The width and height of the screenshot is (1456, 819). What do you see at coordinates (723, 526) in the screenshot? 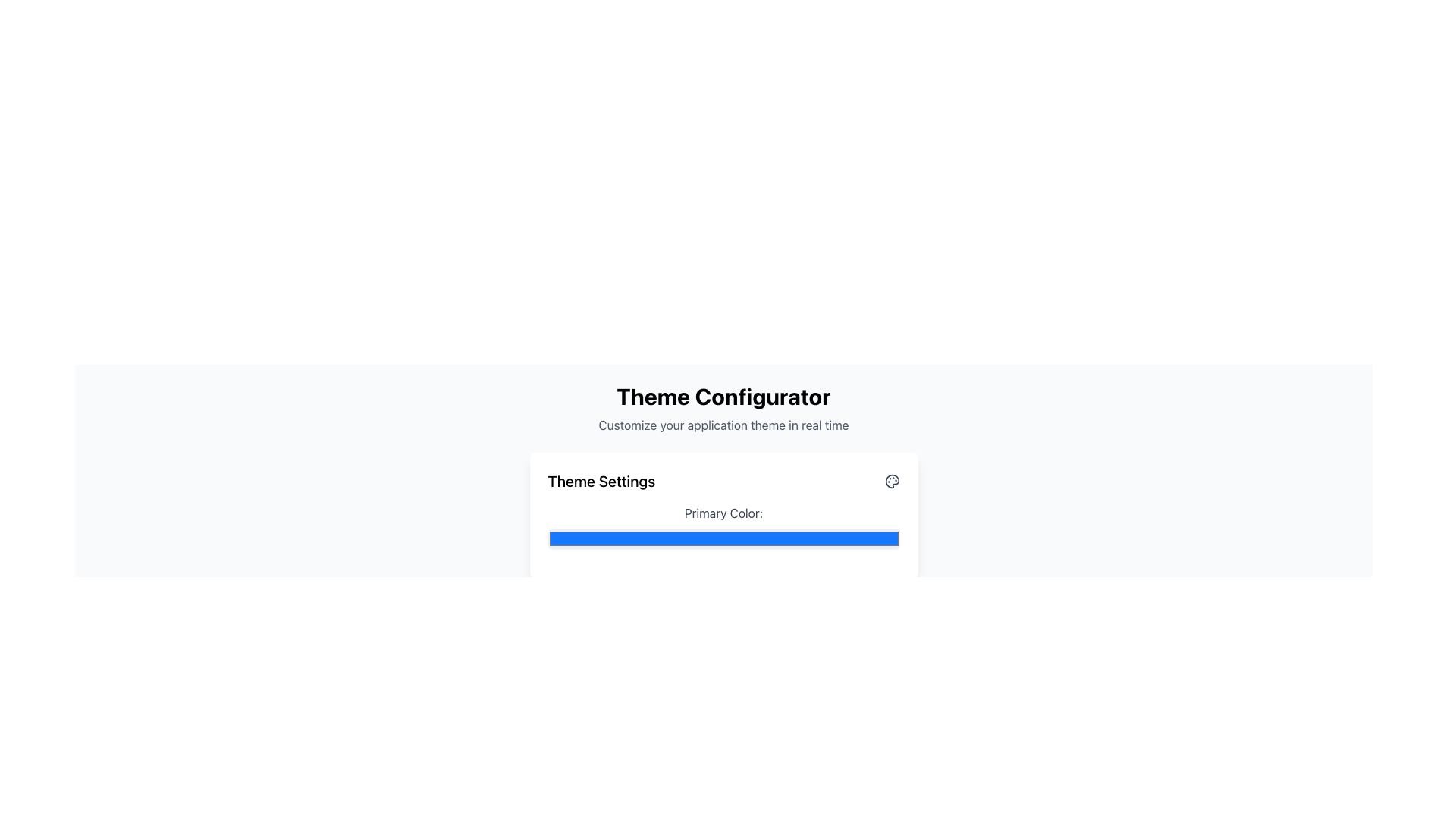
I see `the color input field in the 'Theme Settings' panel` at bounding box center [723, 526].